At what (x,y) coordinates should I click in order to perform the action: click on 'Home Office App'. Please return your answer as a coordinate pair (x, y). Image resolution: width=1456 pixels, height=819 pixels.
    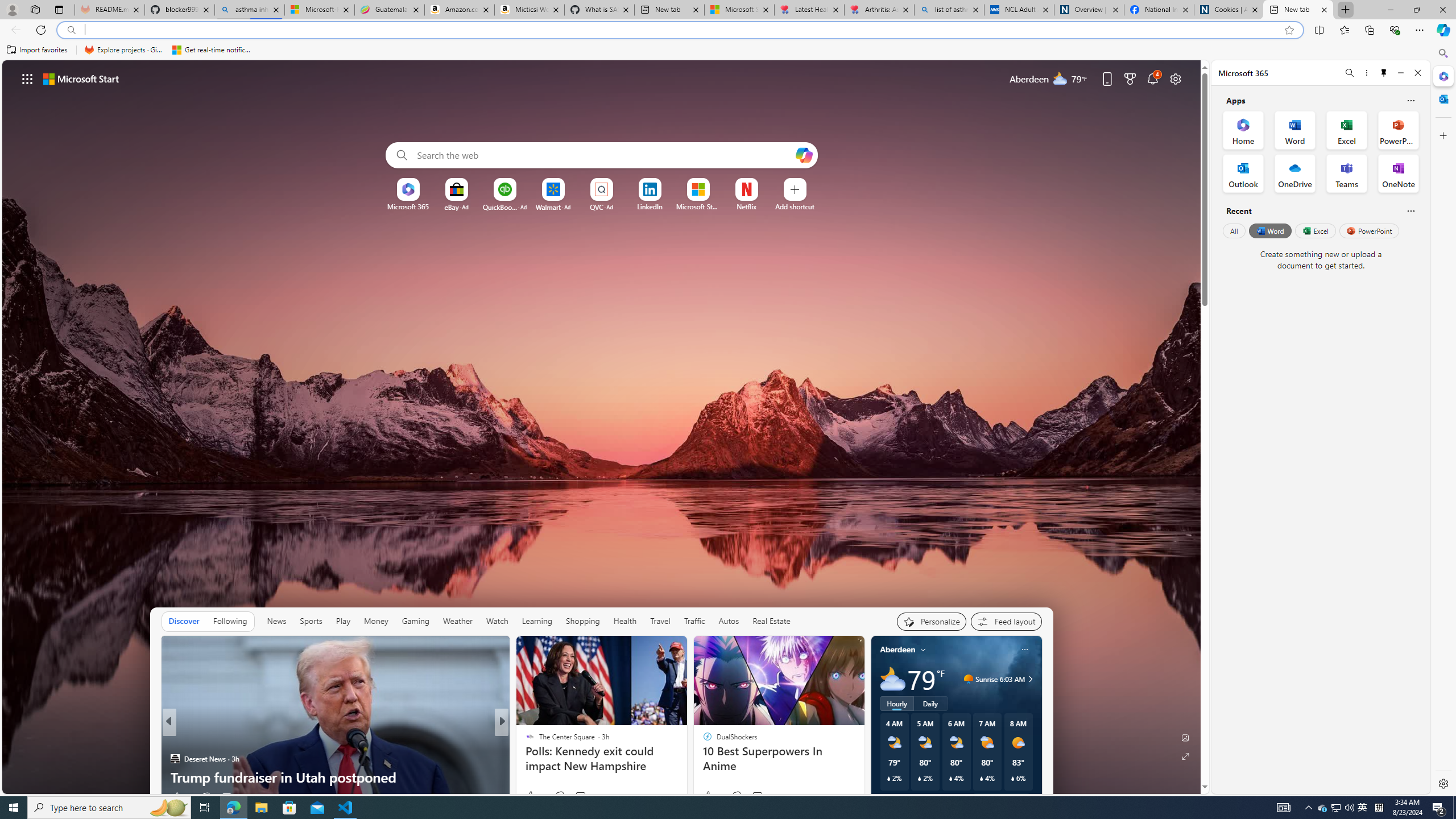
    Looking at the image, I should click on (1243, 129).